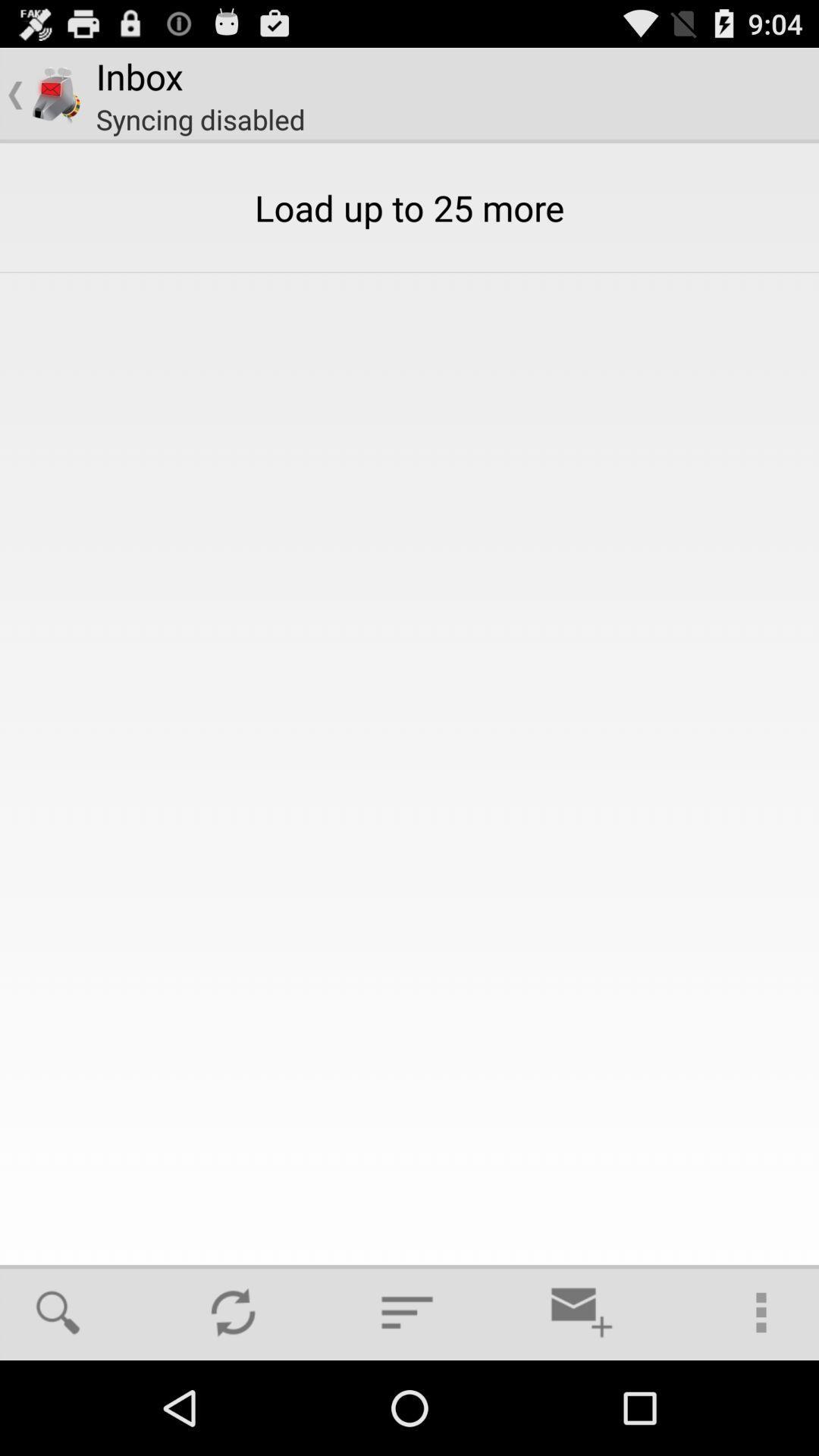 This screenshot has height=1456, width=819. What do you see at coordinates (406, 1312) in the screenshot?
I see `the icon at the bottom` at bounding box center [406, 1312].